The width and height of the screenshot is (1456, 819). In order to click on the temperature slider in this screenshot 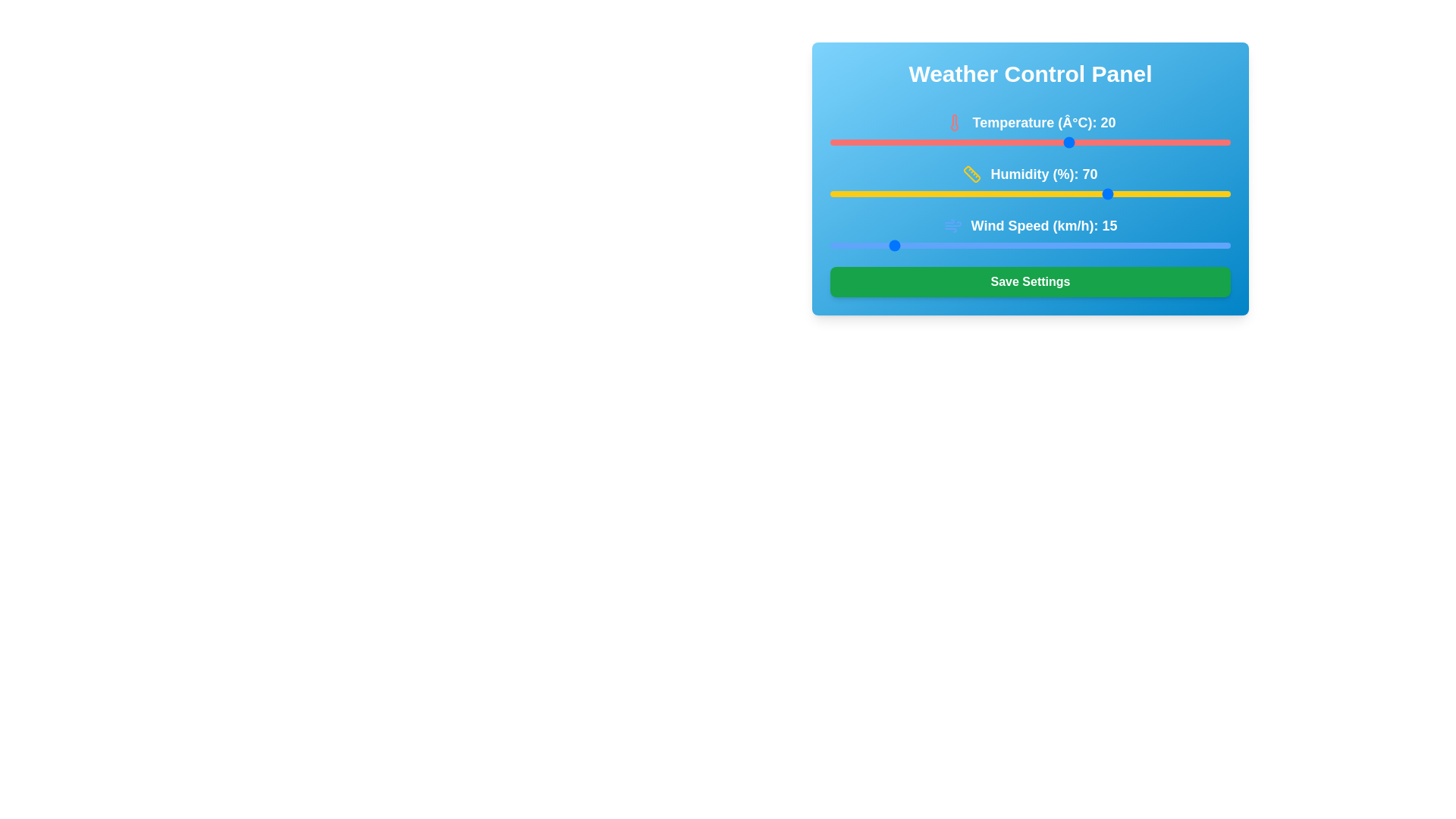, I will do `click(910, 143)`.